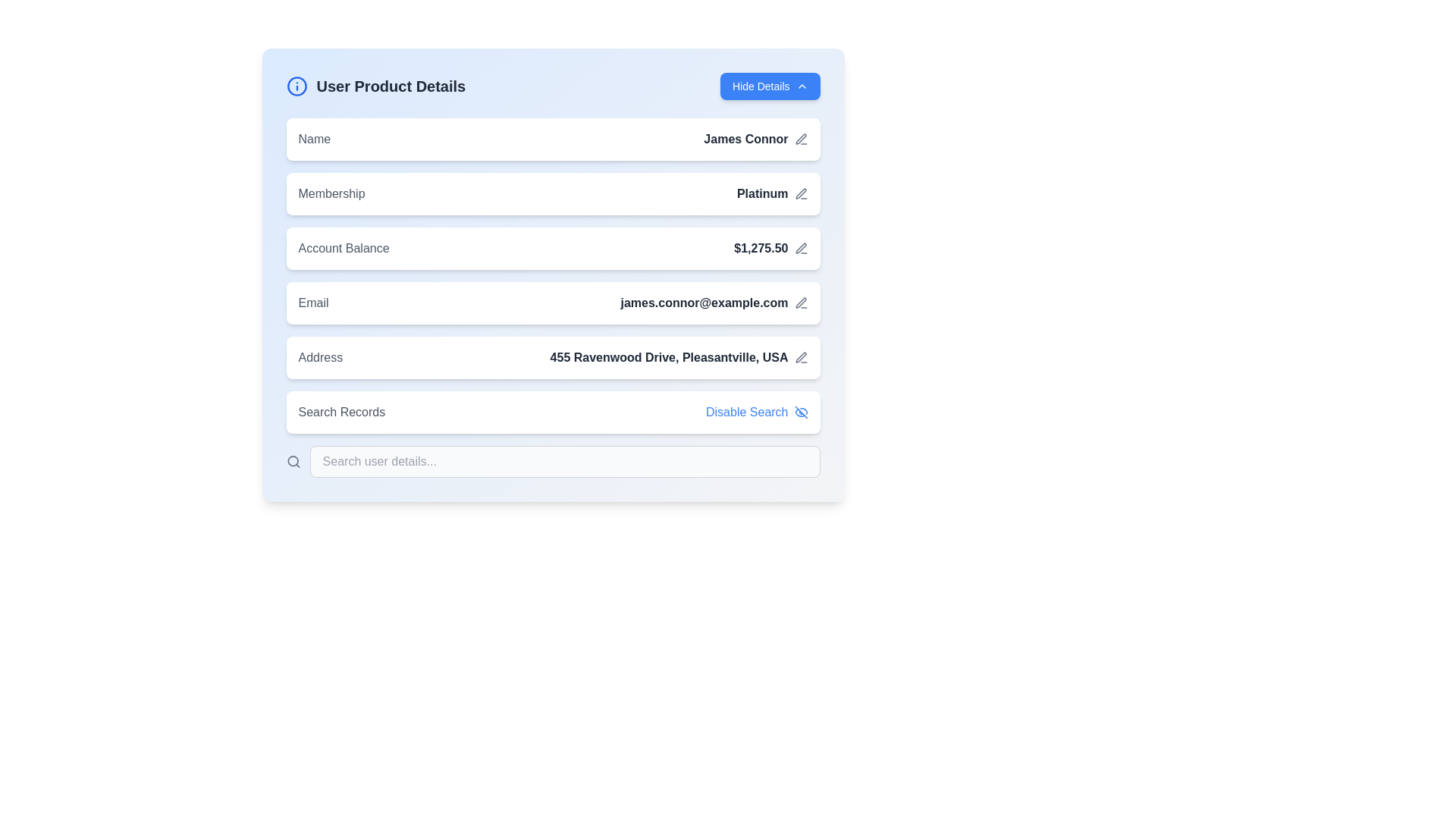 The width and height of the screenshot is (1456, 819). I want to click on the edit action icon located at the far right edge of the 'Account Balance' row, so click(800, 193).